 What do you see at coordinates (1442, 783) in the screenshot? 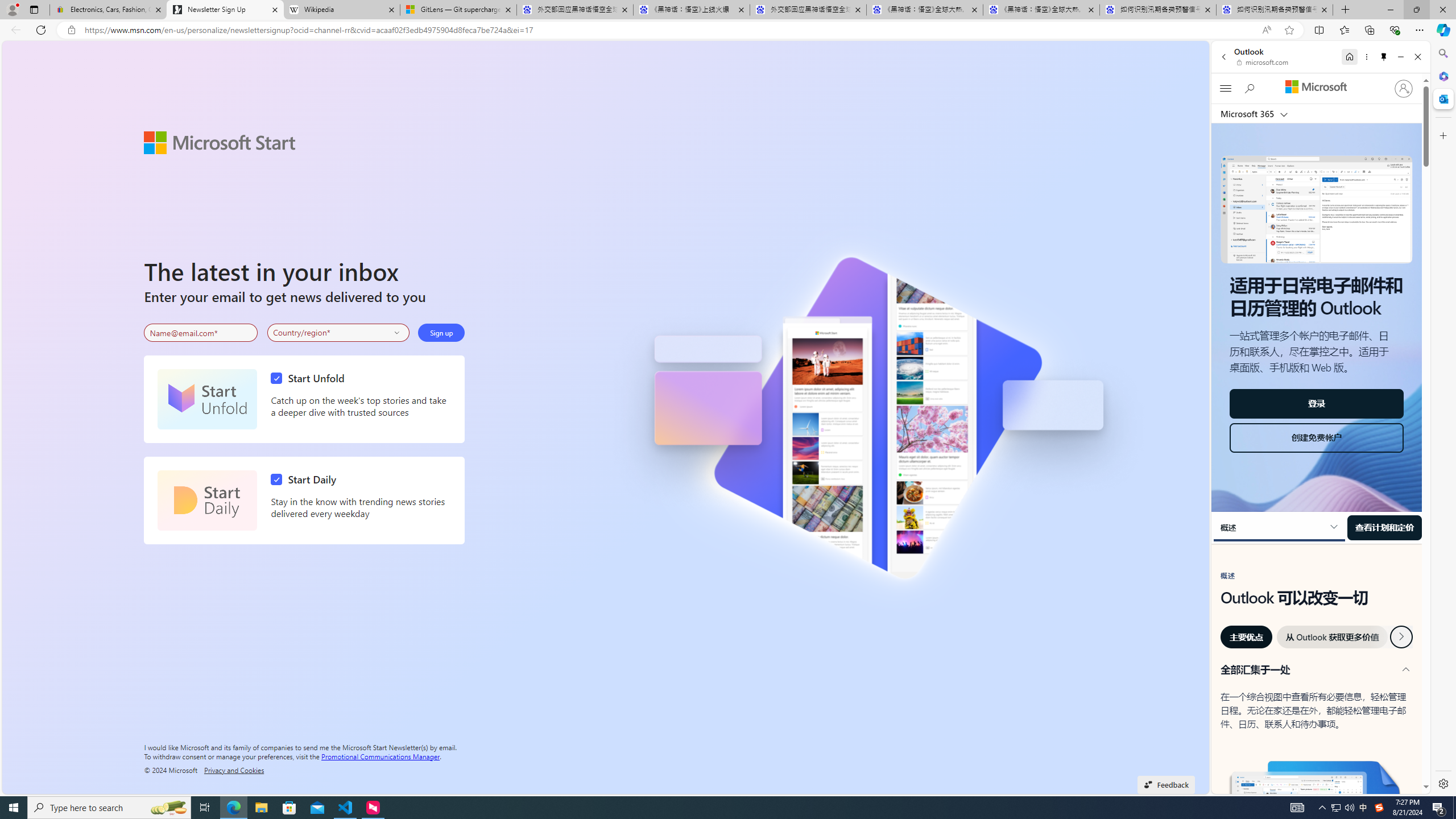
I see `'Settings'` at bounding box center [1442, 783].